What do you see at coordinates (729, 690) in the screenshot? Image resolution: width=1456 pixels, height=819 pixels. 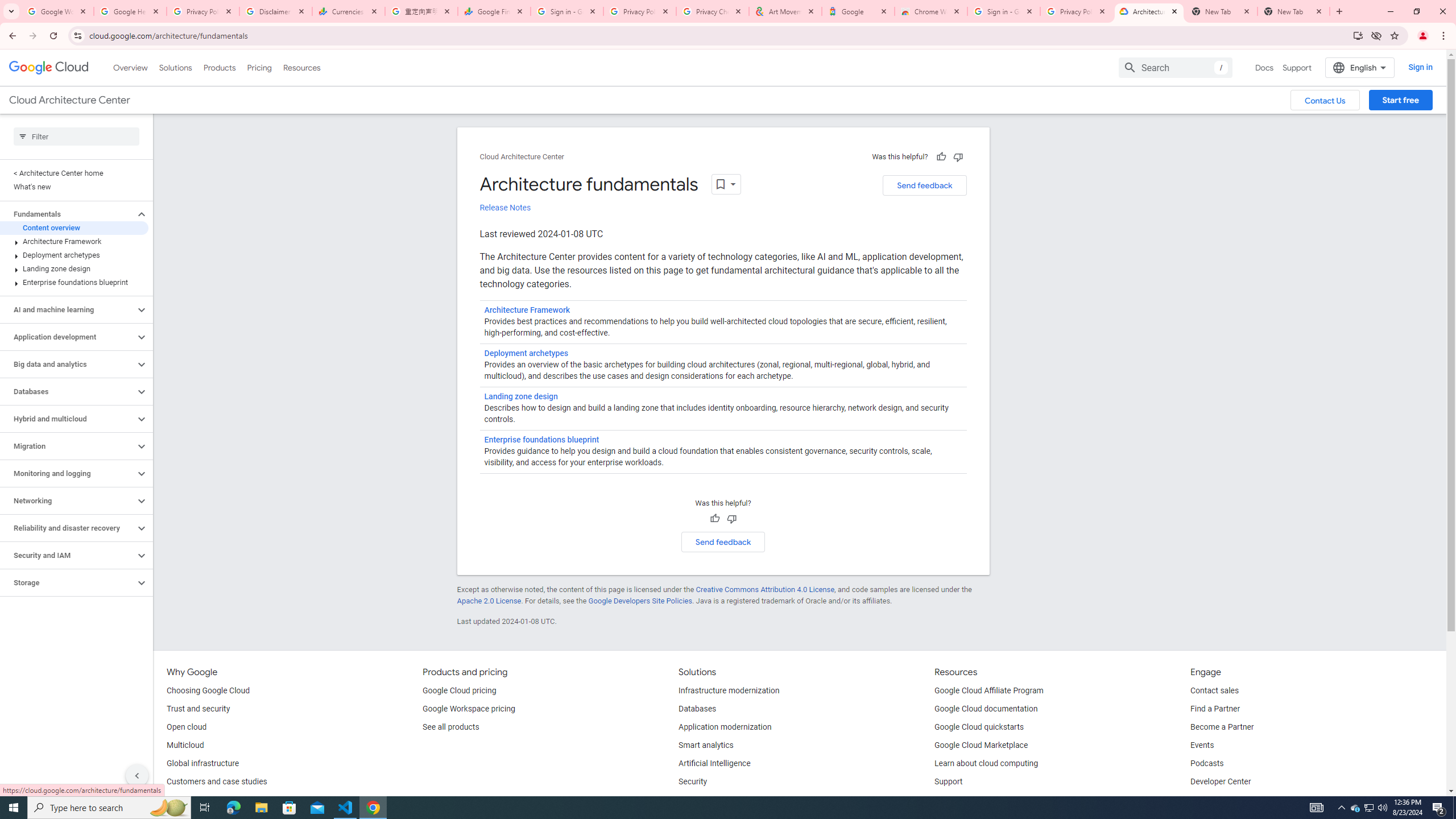 I see `'Infrastructure modernization'` at bounding box center [729, 690].